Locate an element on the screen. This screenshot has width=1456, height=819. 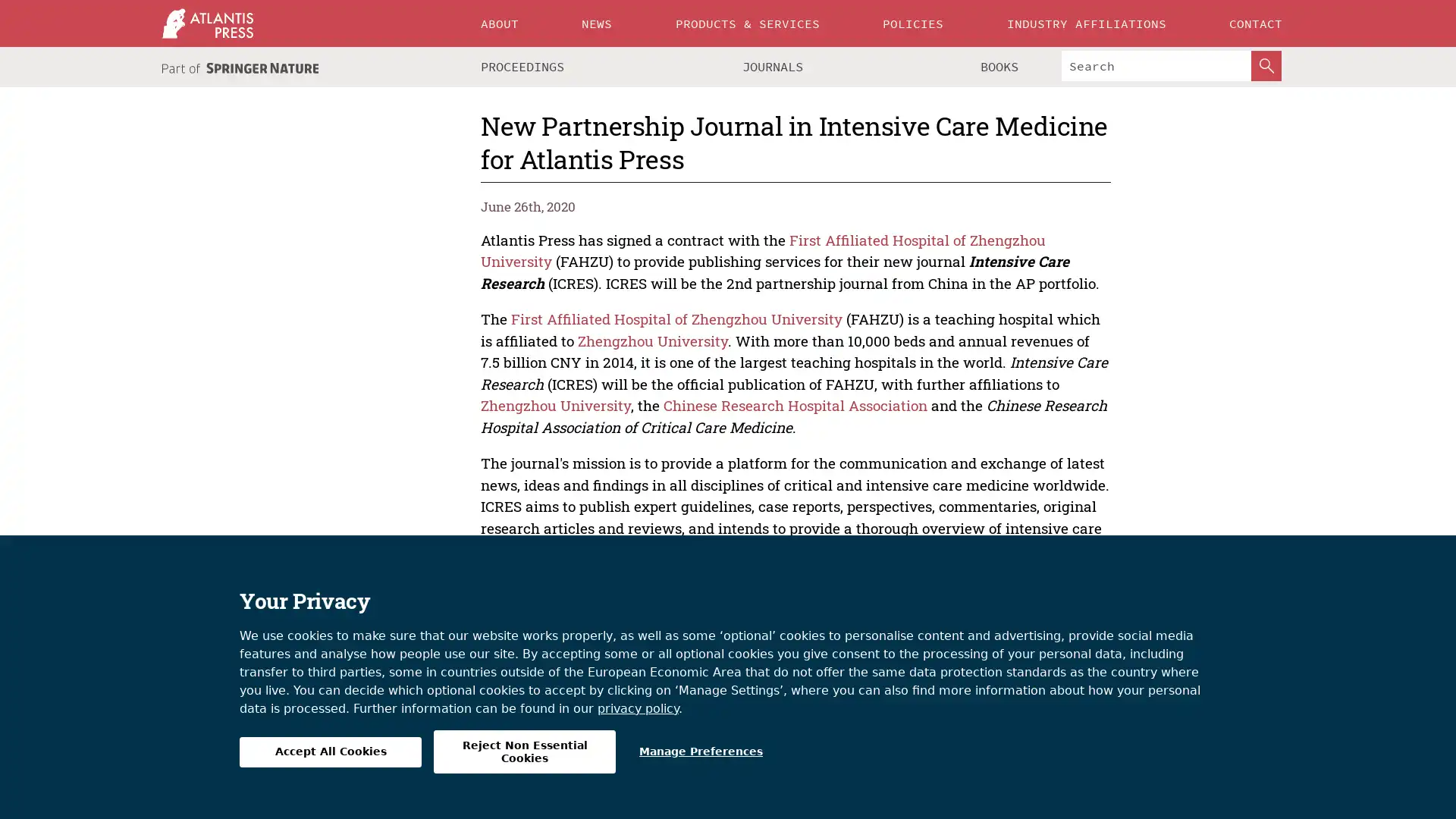
Accept All Cookies is located at coordinates (330, 752).